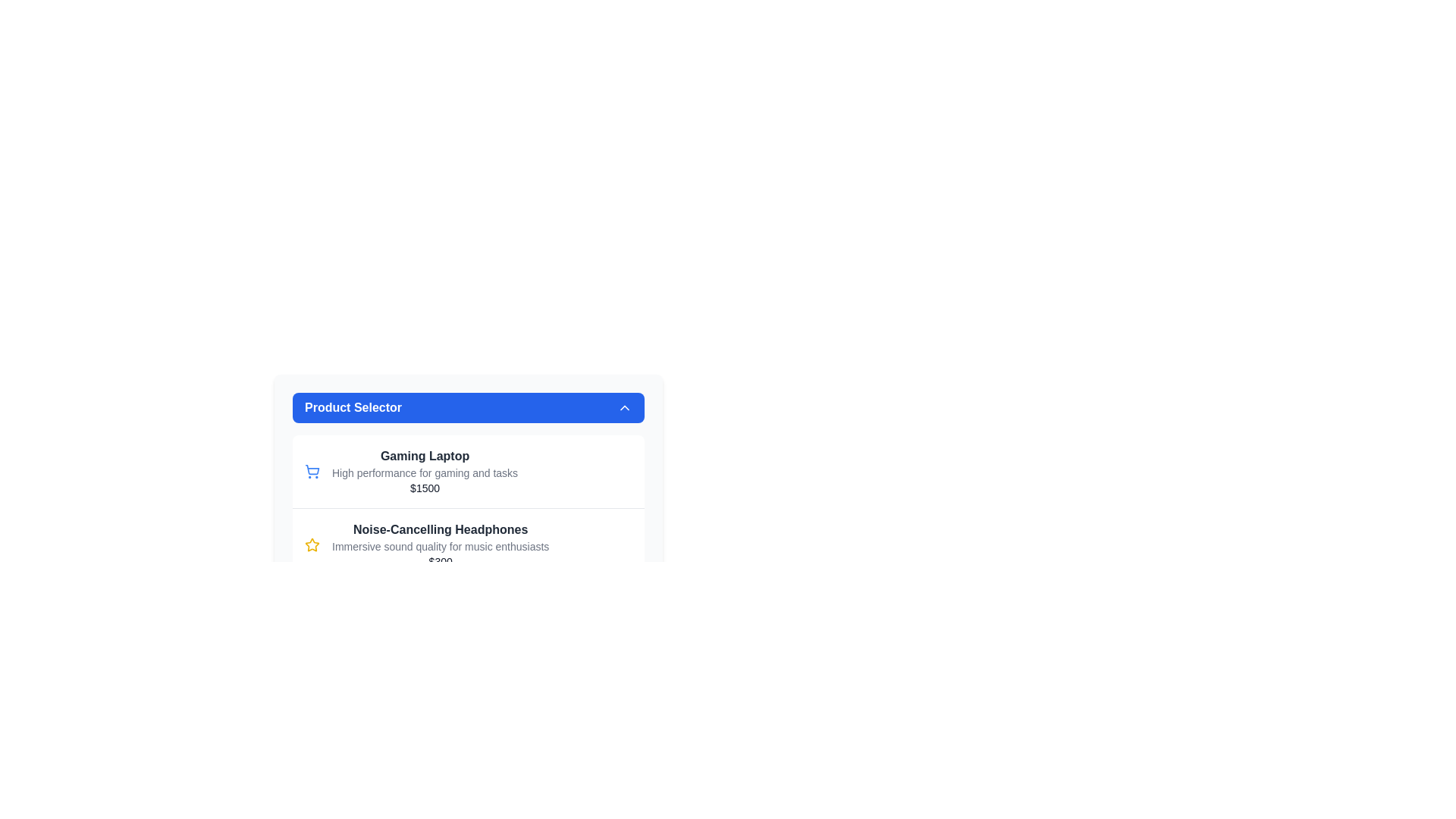 Image resolution: width=1456 pixels, height=819 pixels. What do you see at coordinates (468, 406) in the screenshot?
I see `the button that opens or collapses a section of products` at bounding box center [468, 406].